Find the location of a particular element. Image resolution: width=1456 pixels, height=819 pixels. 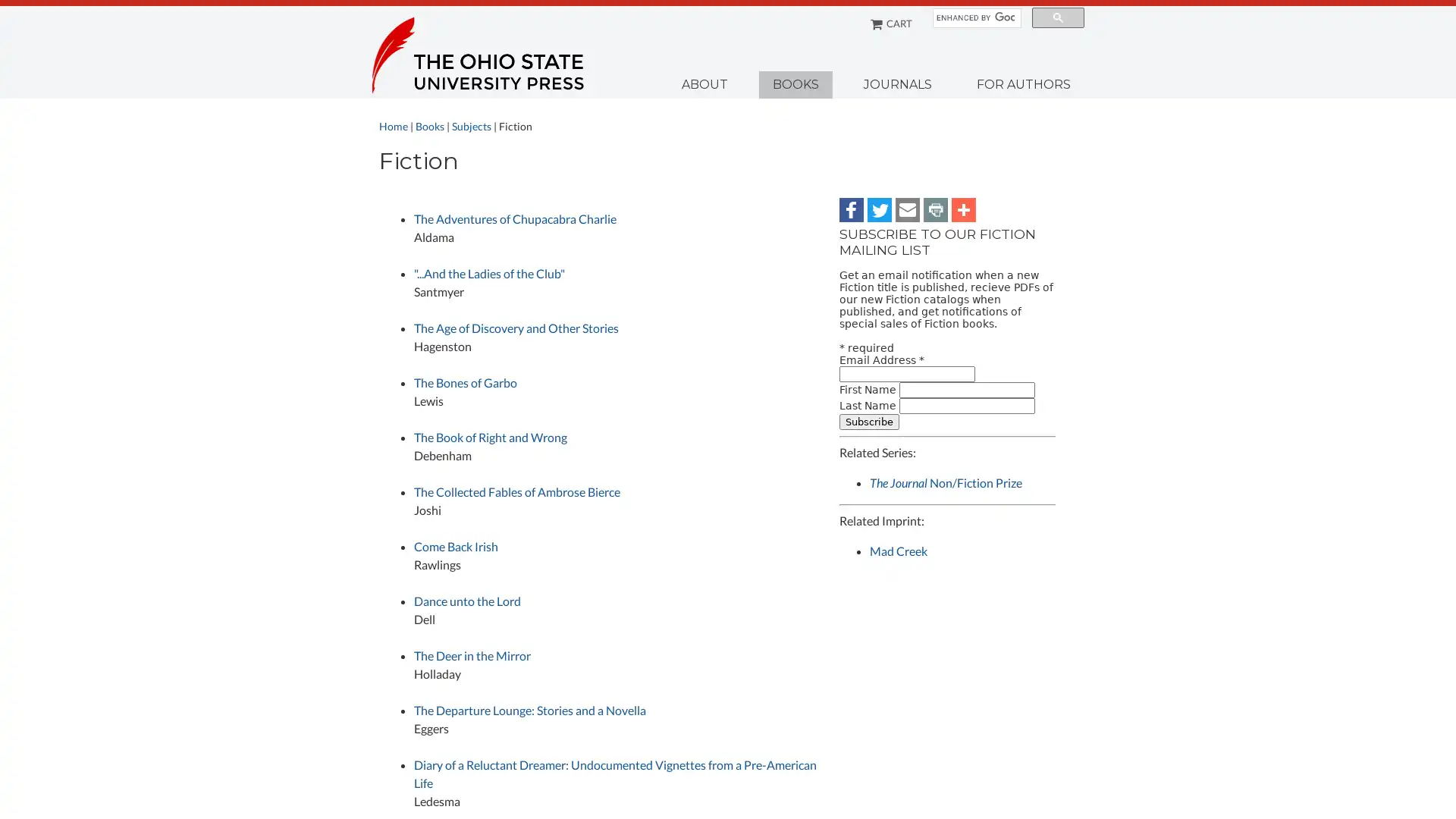

Share to Twitter is located at coordinates (880, 209).